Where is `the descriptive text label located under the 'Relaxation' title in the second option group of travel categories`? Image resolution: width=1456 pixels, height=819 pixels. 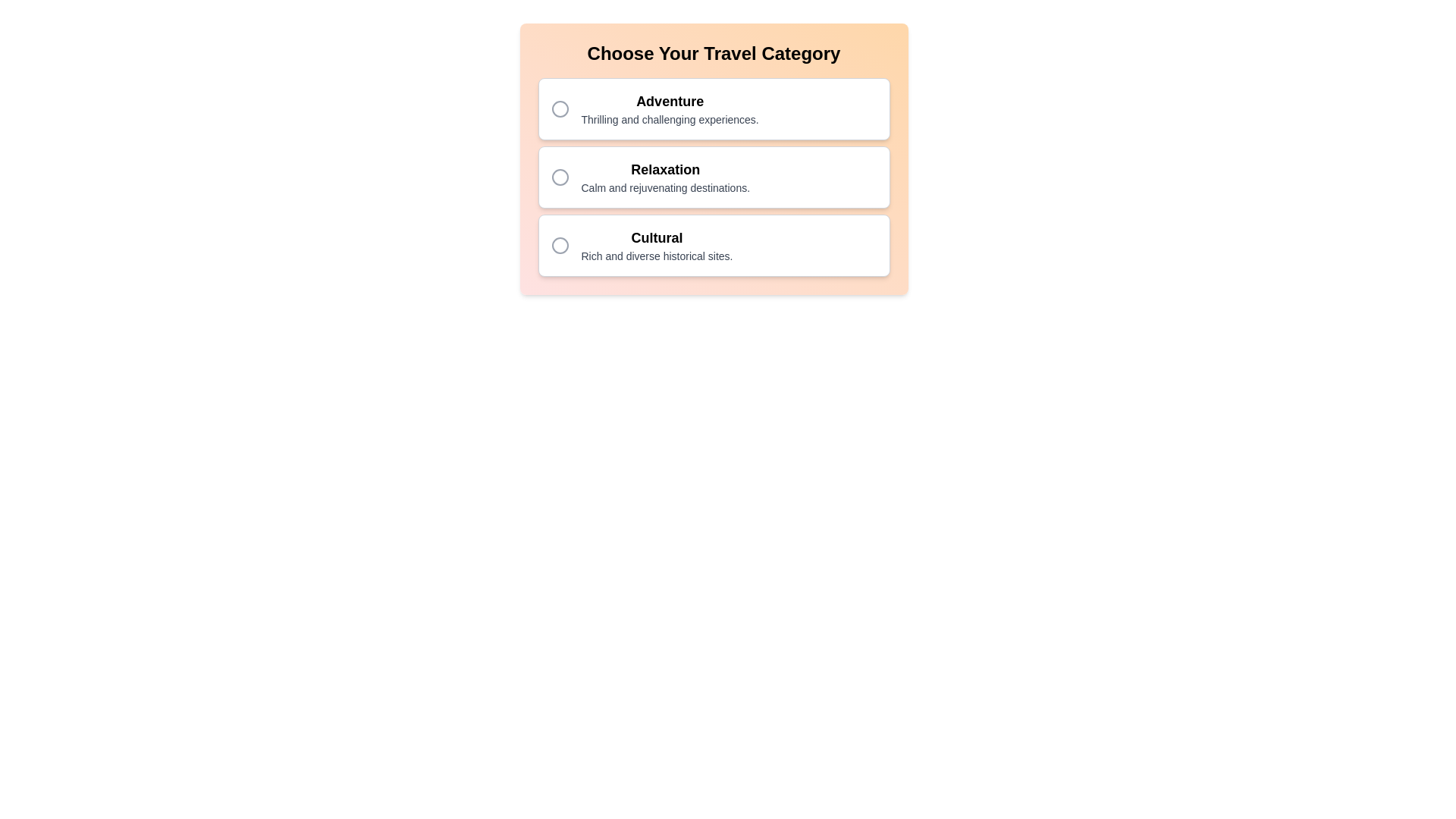 the descriptive text label located under the 'Relaxation' title in the second option group of travel categories is located at coordinates (665, 187).